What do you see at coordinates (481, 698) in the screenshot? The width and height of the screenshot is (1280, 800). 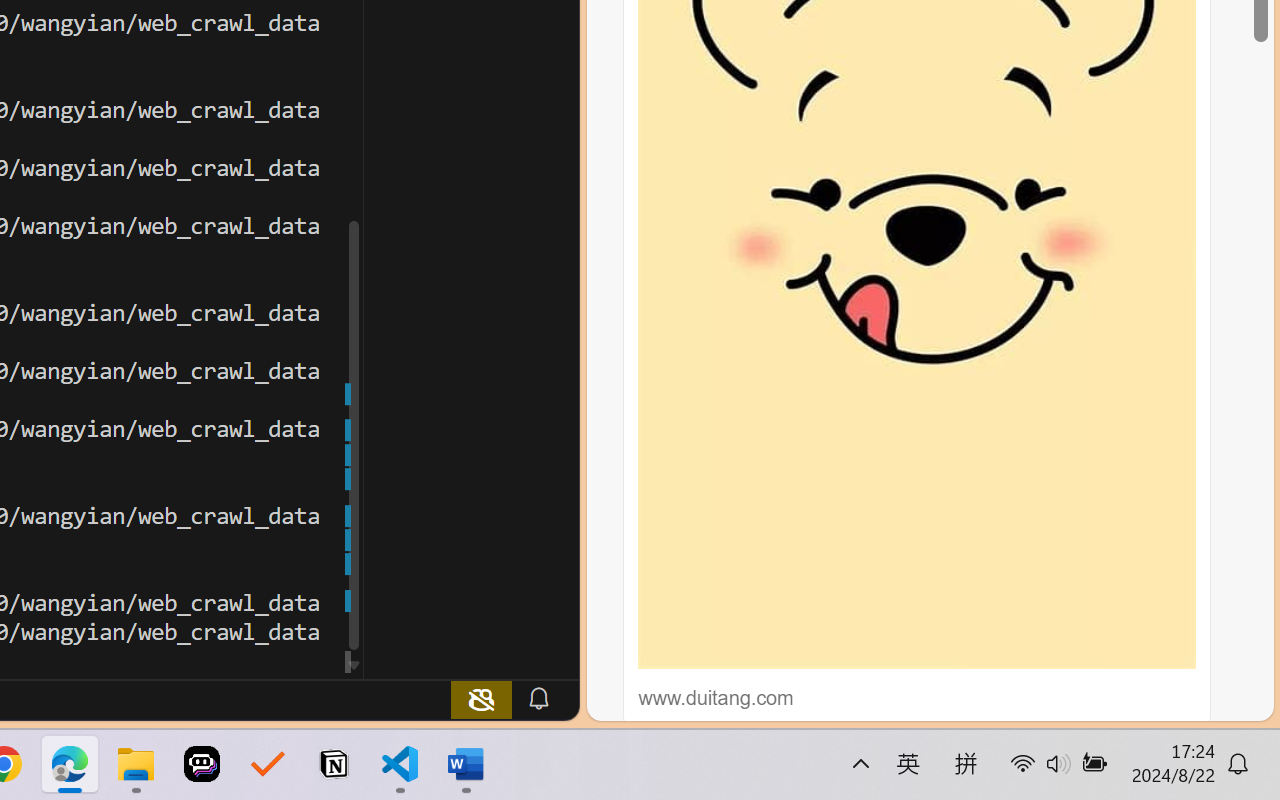 I see `'copilot-notconnected, Copilot error (click for details)'` at bounding box center [481, 698].